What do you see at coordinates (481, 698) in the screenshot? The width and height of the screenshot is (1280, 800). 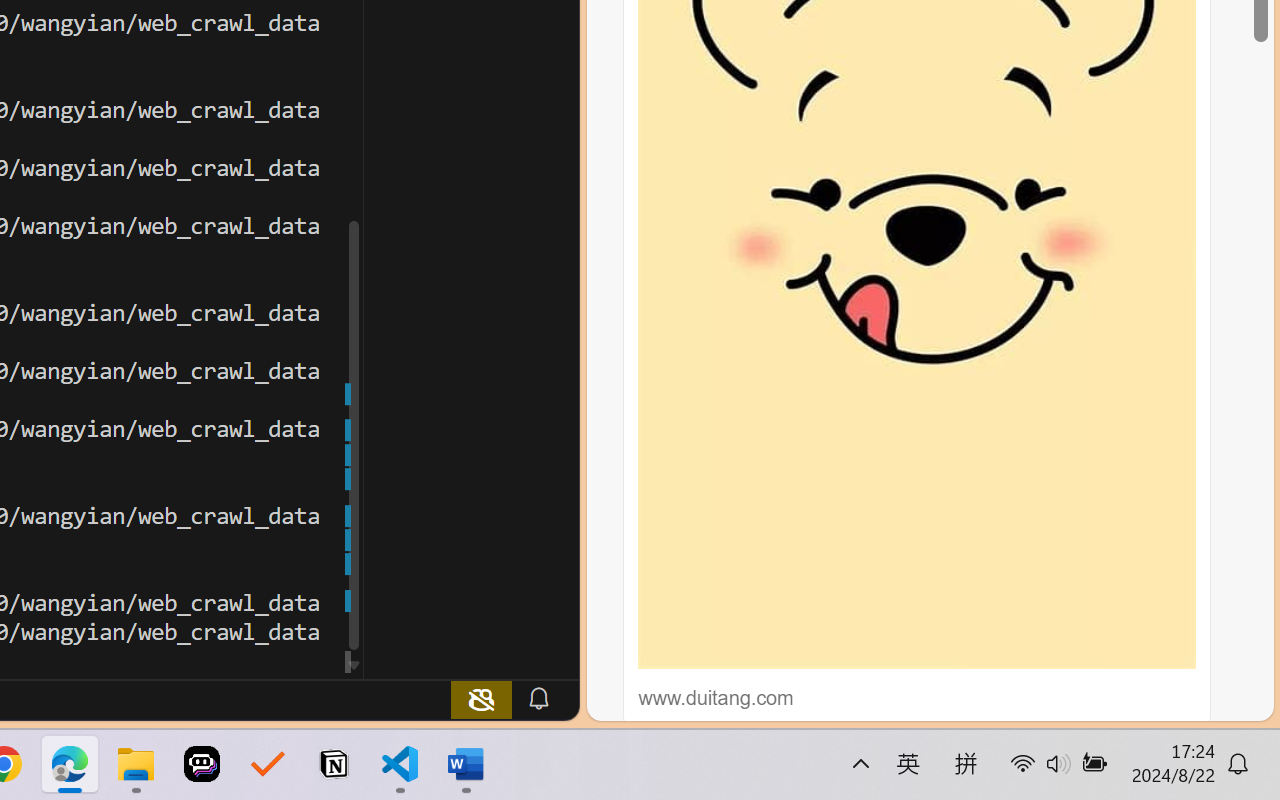 I see `'copilot-notconnected, Copilot error (click for details)'` at bounding box center [481, 698].